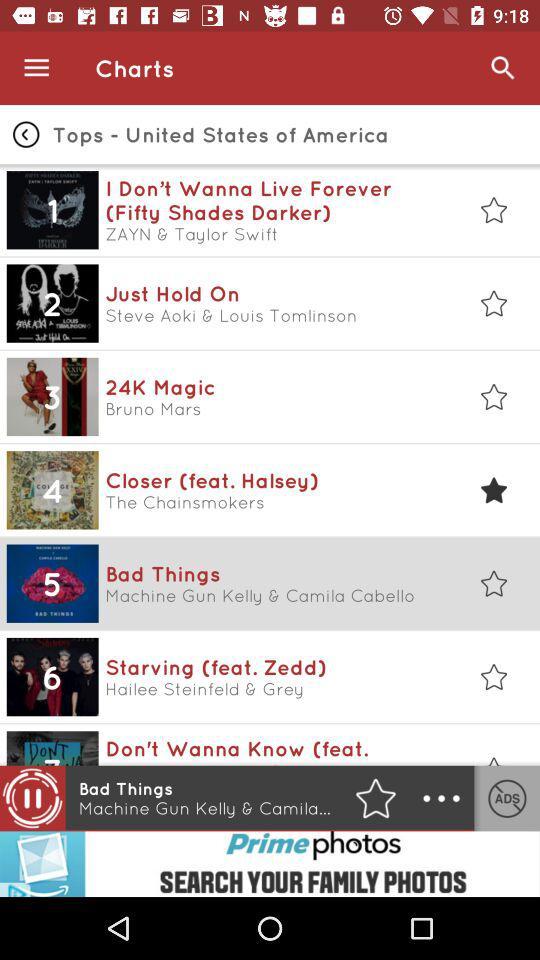  What do you see at coordinates (441, 798) in the screenshot?
I see `the more icon` at bounding box center [441, 798].